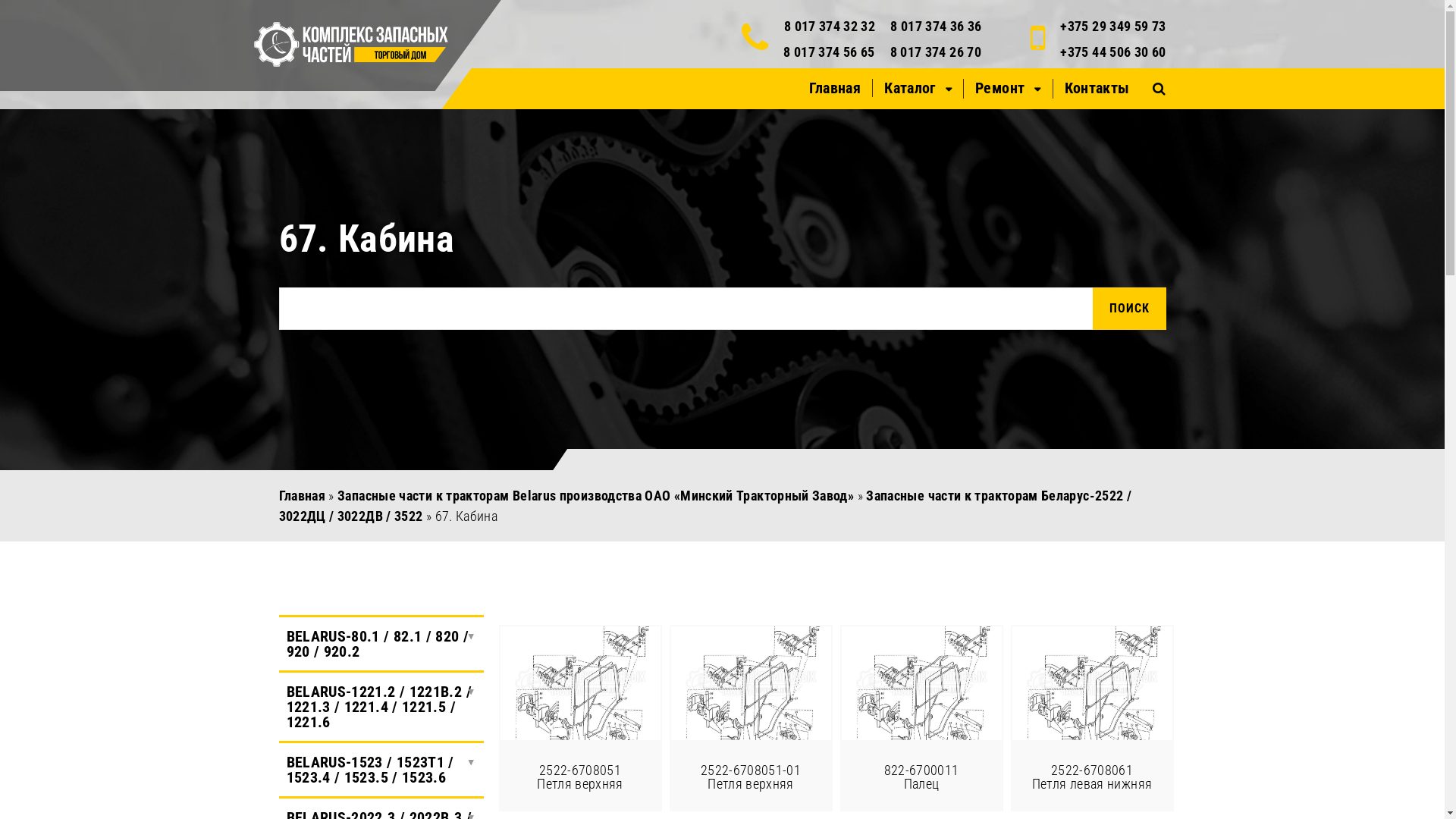 The height and width of the screenshot is (819, 1456). What do you see at coordinates (1112, 26) in the screenshot?
I see `'+375 29 349 59 73'` at bounding box center [1112, 26].